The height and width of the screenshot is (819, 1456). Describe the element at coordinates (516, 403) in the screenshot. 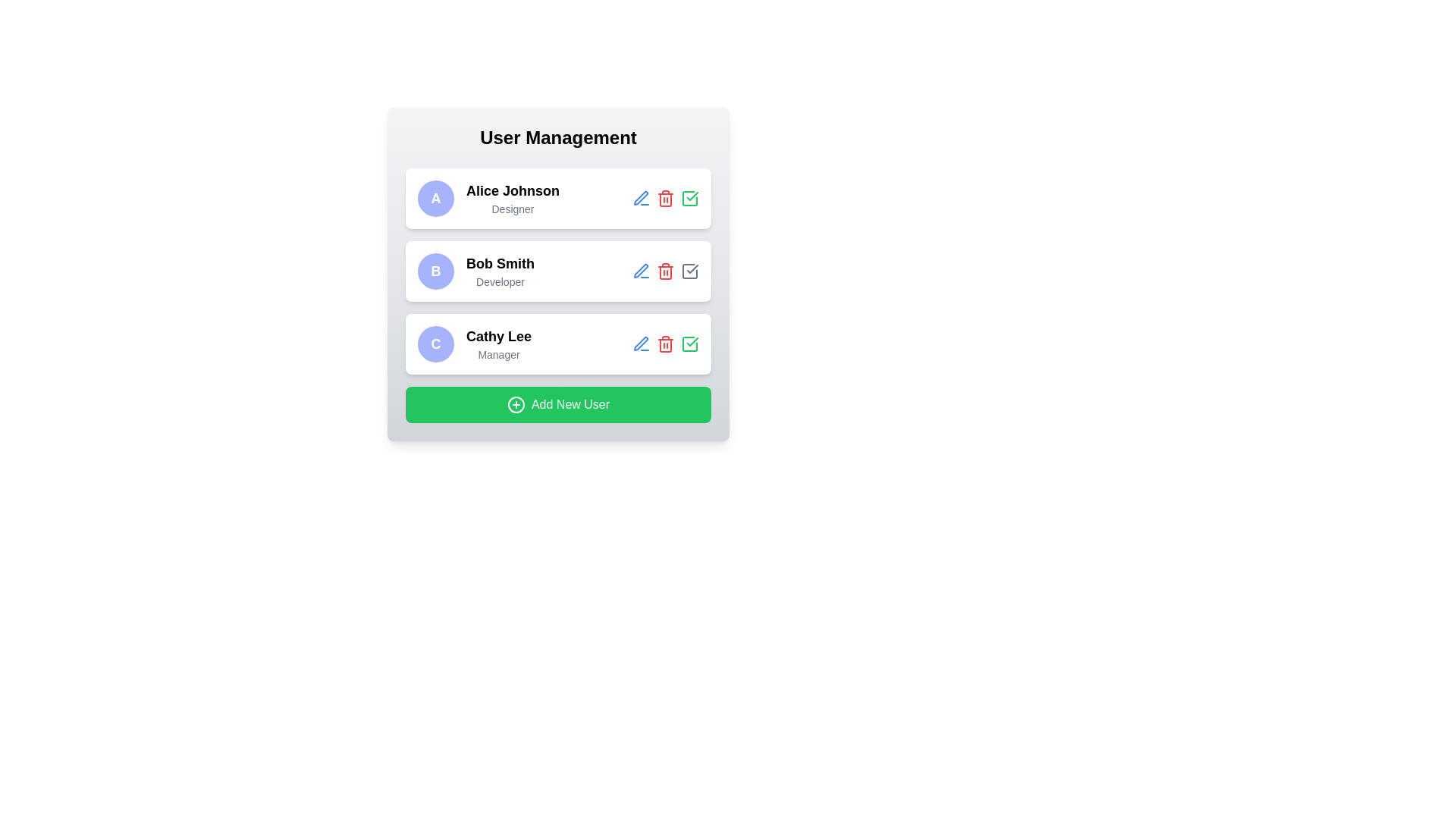

I see `the icon within the 'Add New User' button, which is located at the bottom center of the user interface, to signify the function of adding a new user` at that location.